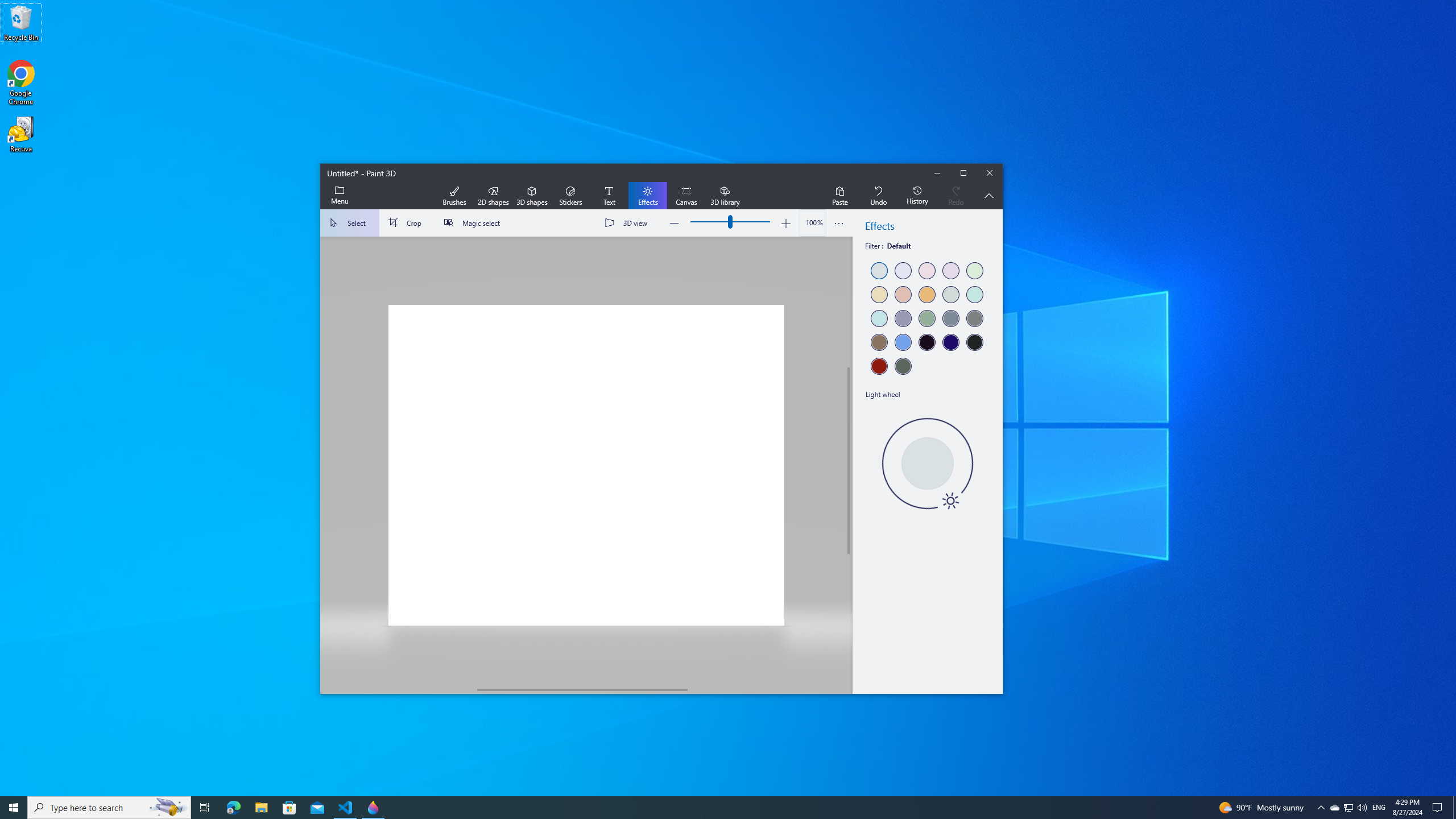 This screenshot has width=1456, height=819. I want to click on 'Recycle Bin', so click(20, 22).